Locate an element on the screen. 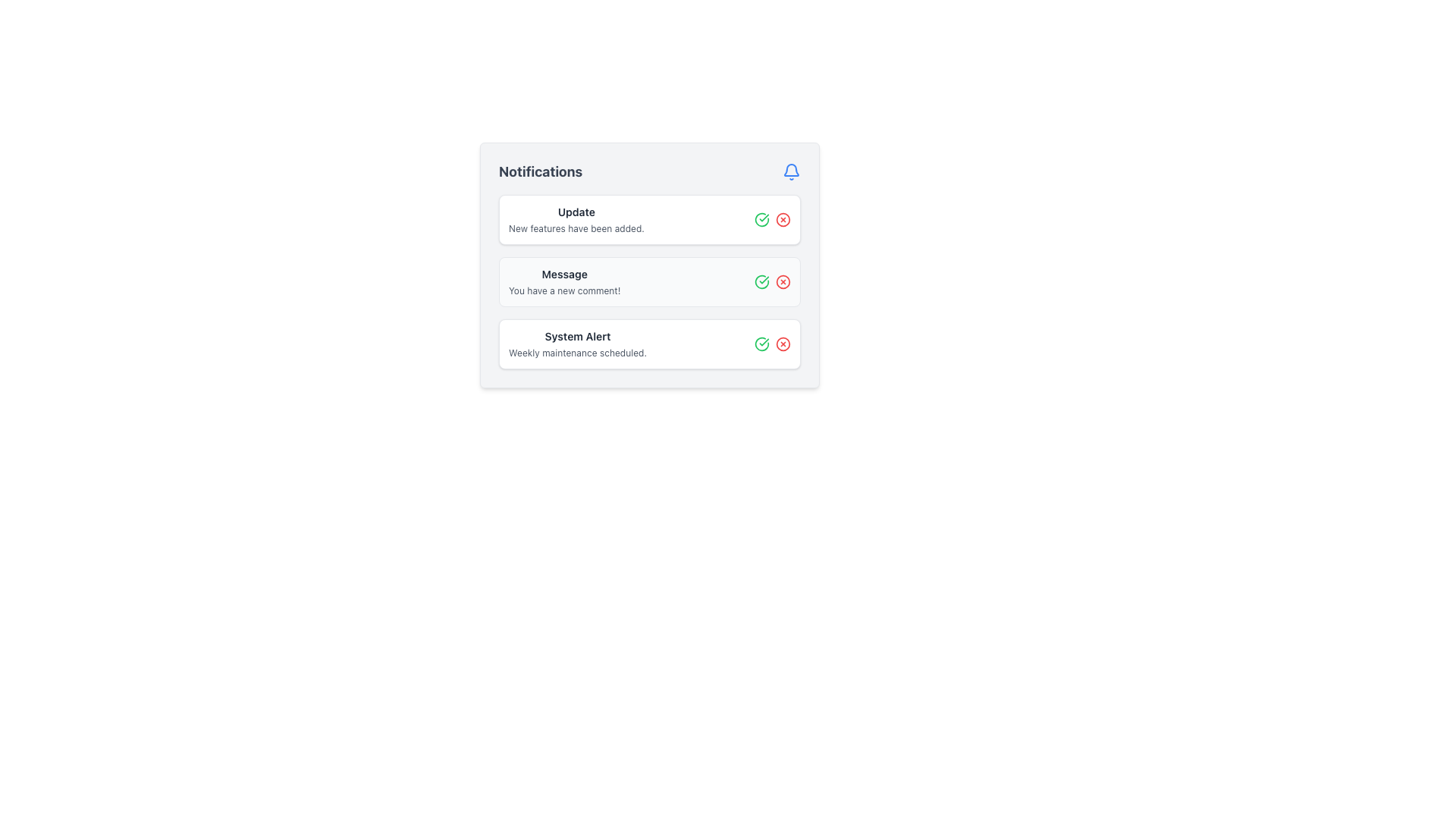 The image size is (1456, 819). the notification message text label indicating a new comment received, located beneath the 'Message' title in the notifications list is located at coordinates (563, 291).